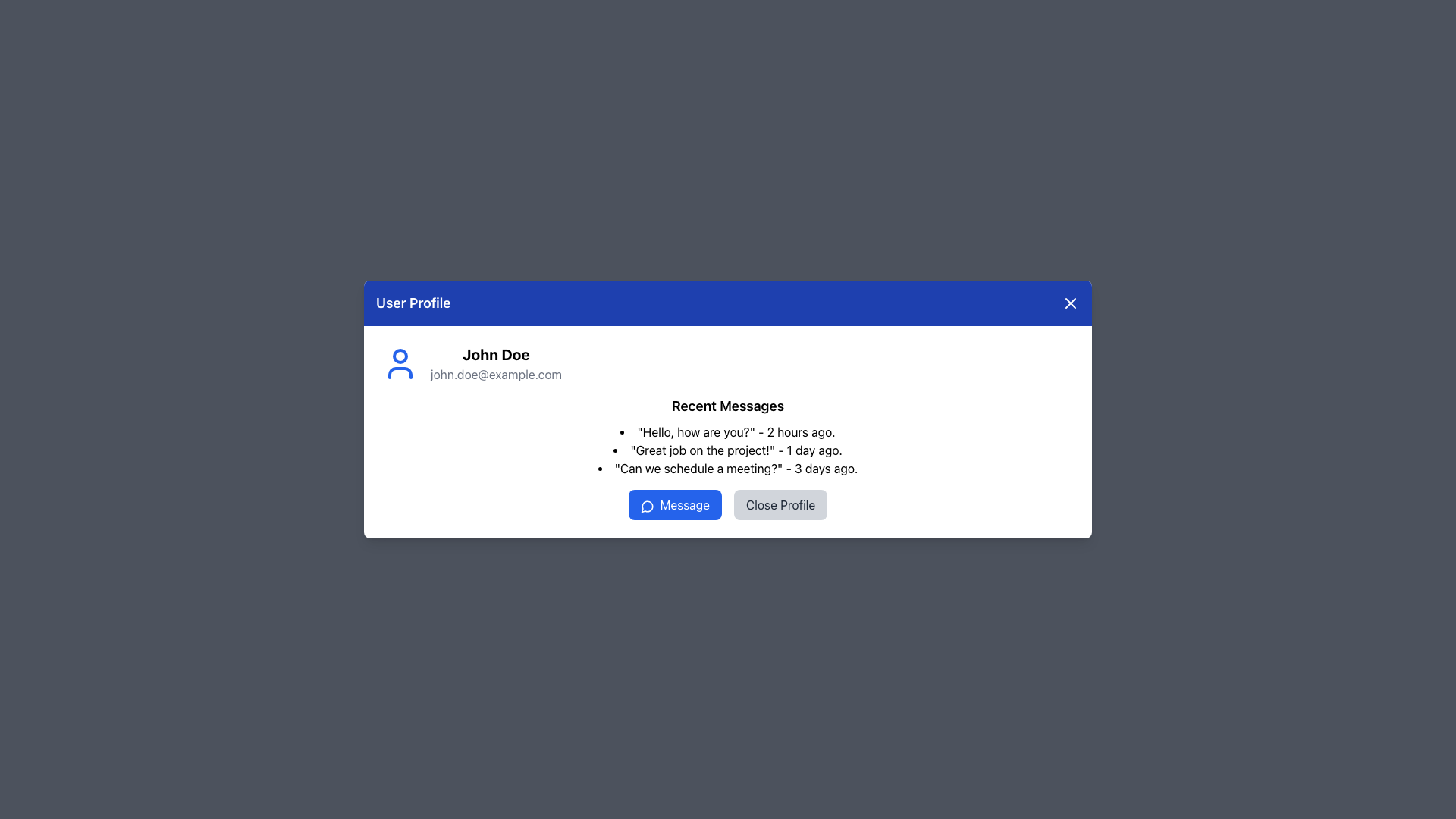 Image resolution: width=1456 pixels, height=819 pixels. Describe the element at coordinates (728, 450) in the screenshot. I see `the text display element that contains the message 'Great job on the project!' in the recent messages list, which is styled with a black bullet point and located second in the list` at that location.